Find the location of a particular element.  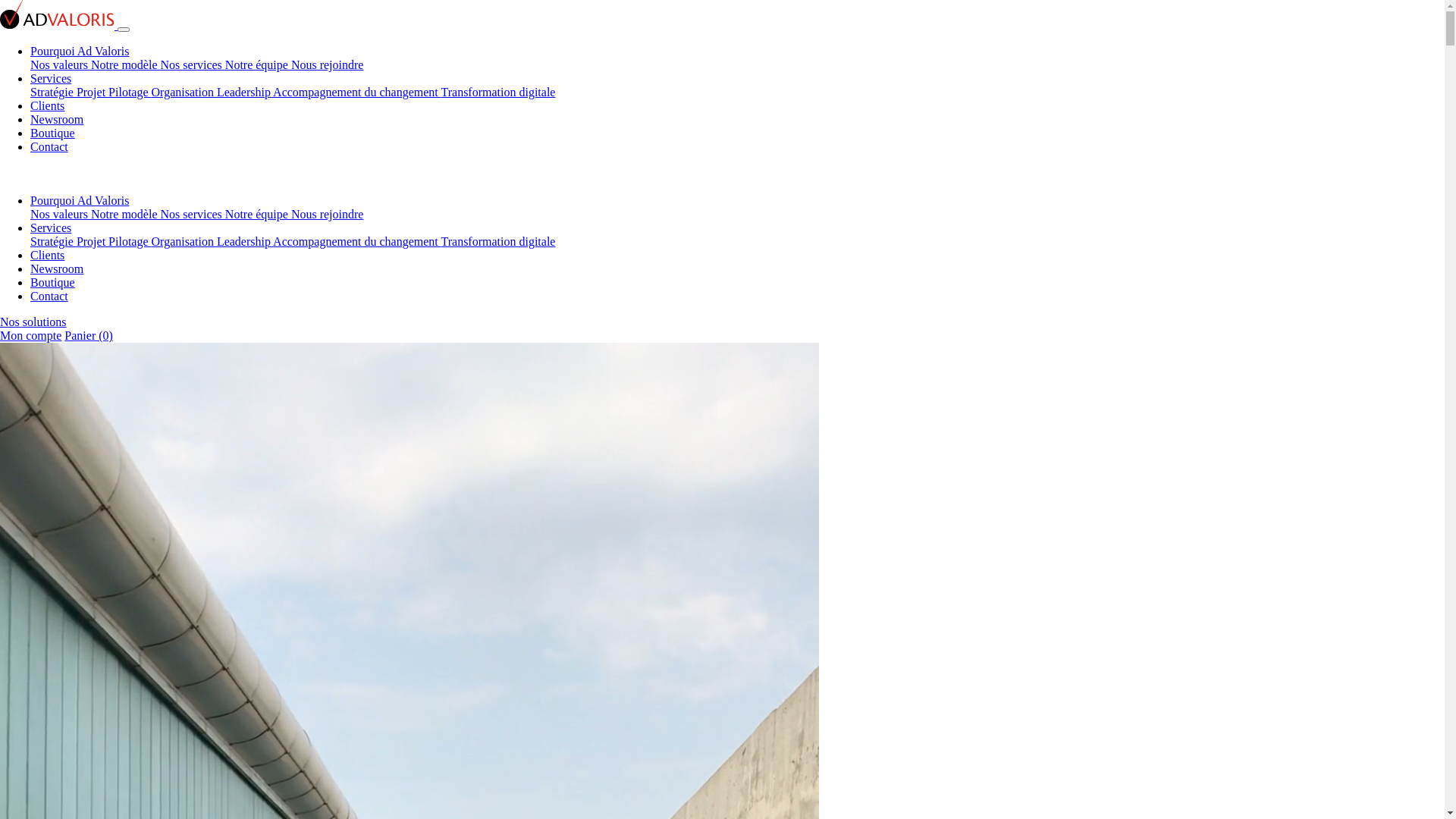

'Nous rejoindre' is located at coordinates (327, 64).